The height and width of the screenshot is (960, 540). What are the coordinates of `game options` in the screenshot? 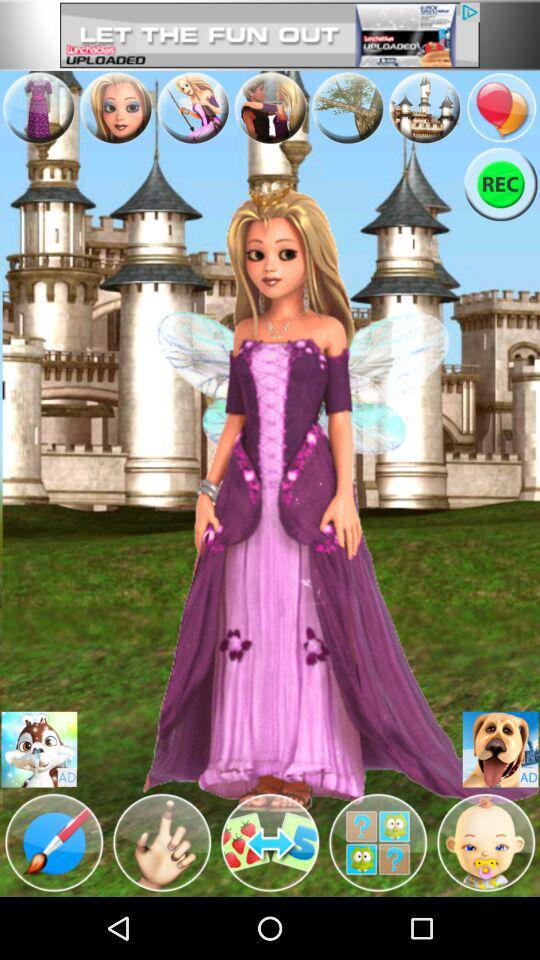 It's located at (161, 841).